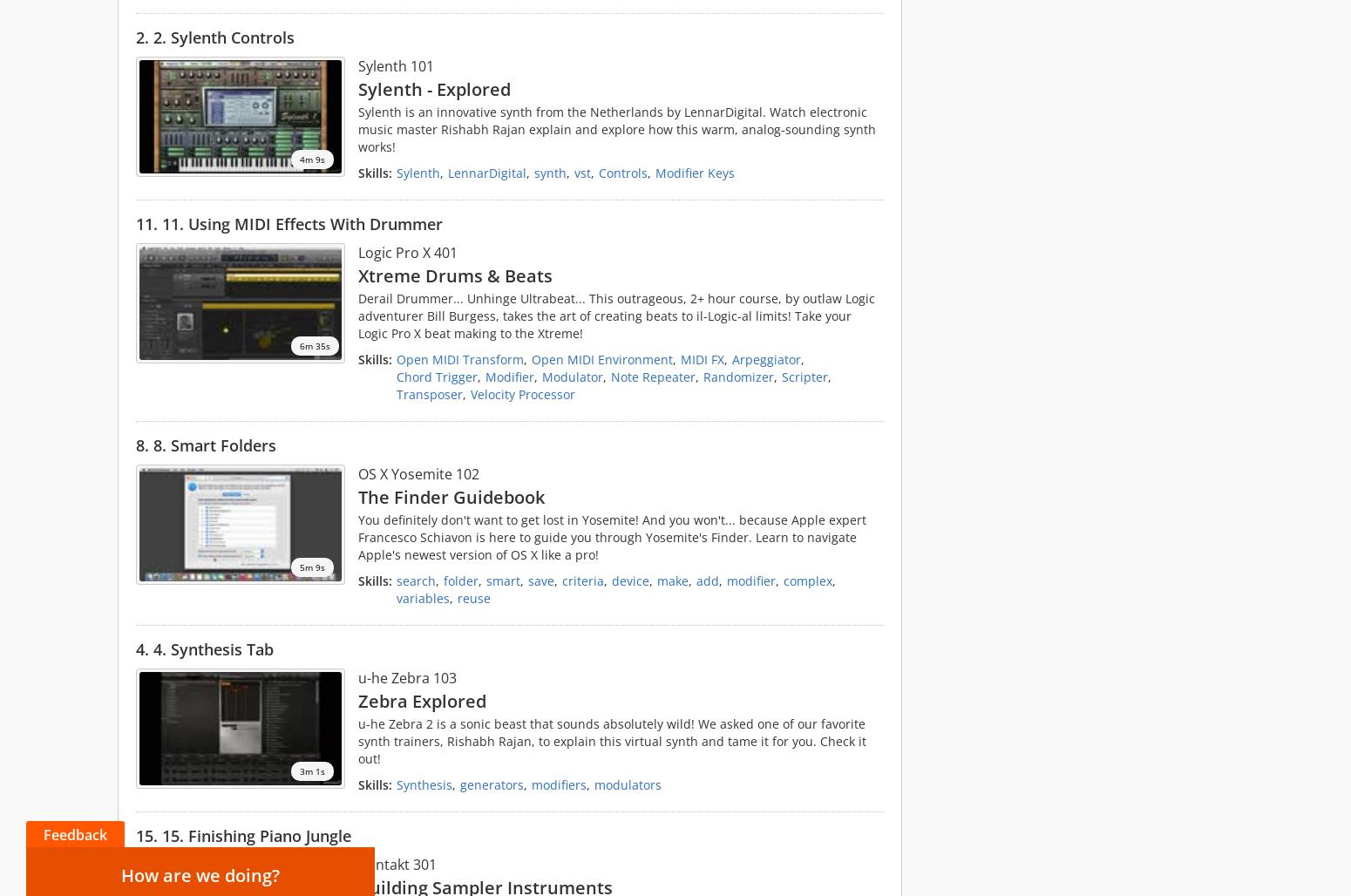 The height and width of the screenshot is (896, 1351). What do you see at coordinates (601, 359) in the screenshot?
I see `'Open MIDI Environment'` at bounding box center [601, 359].